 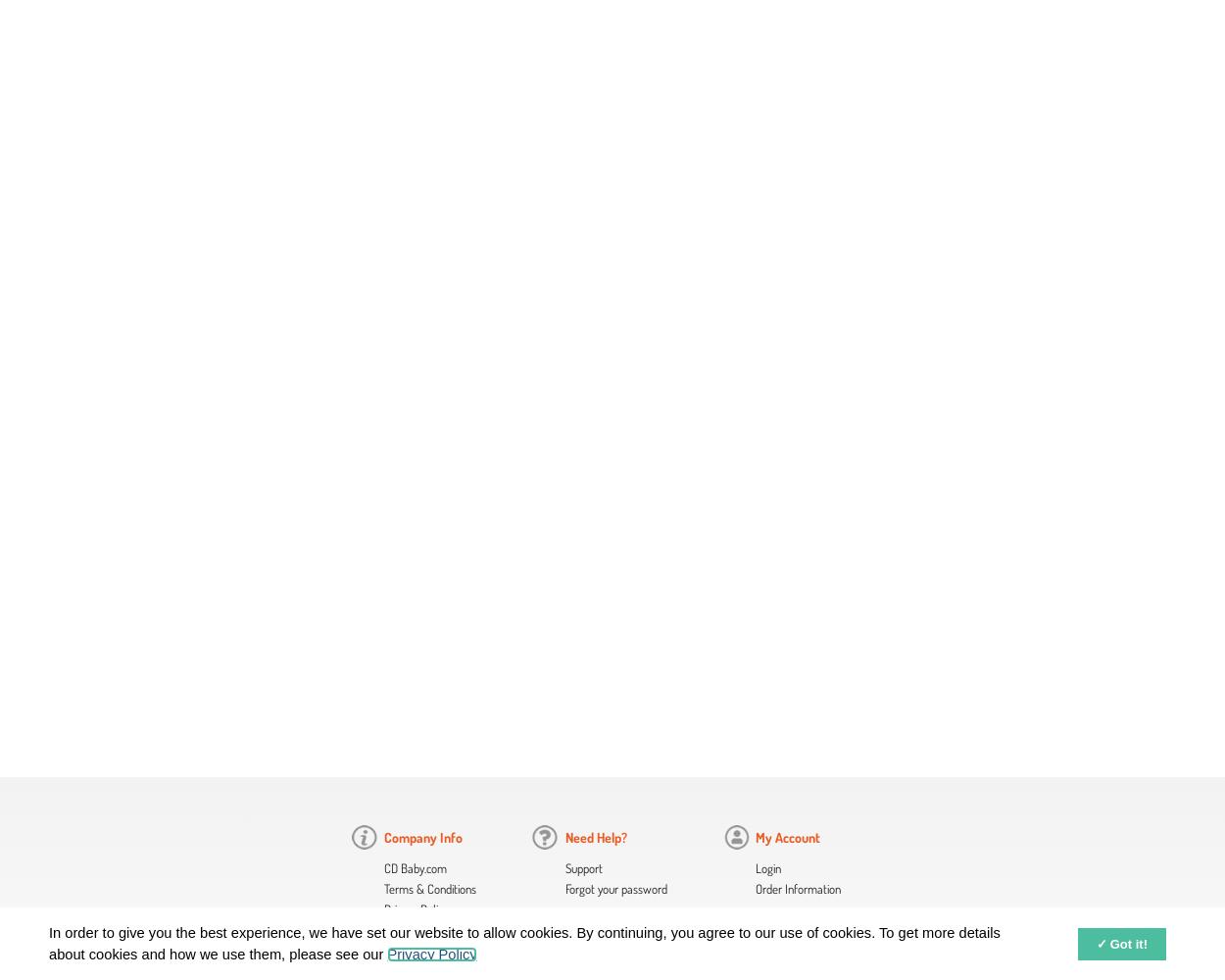 I want to click on 'Need Help?', so click(x=563, y=836).